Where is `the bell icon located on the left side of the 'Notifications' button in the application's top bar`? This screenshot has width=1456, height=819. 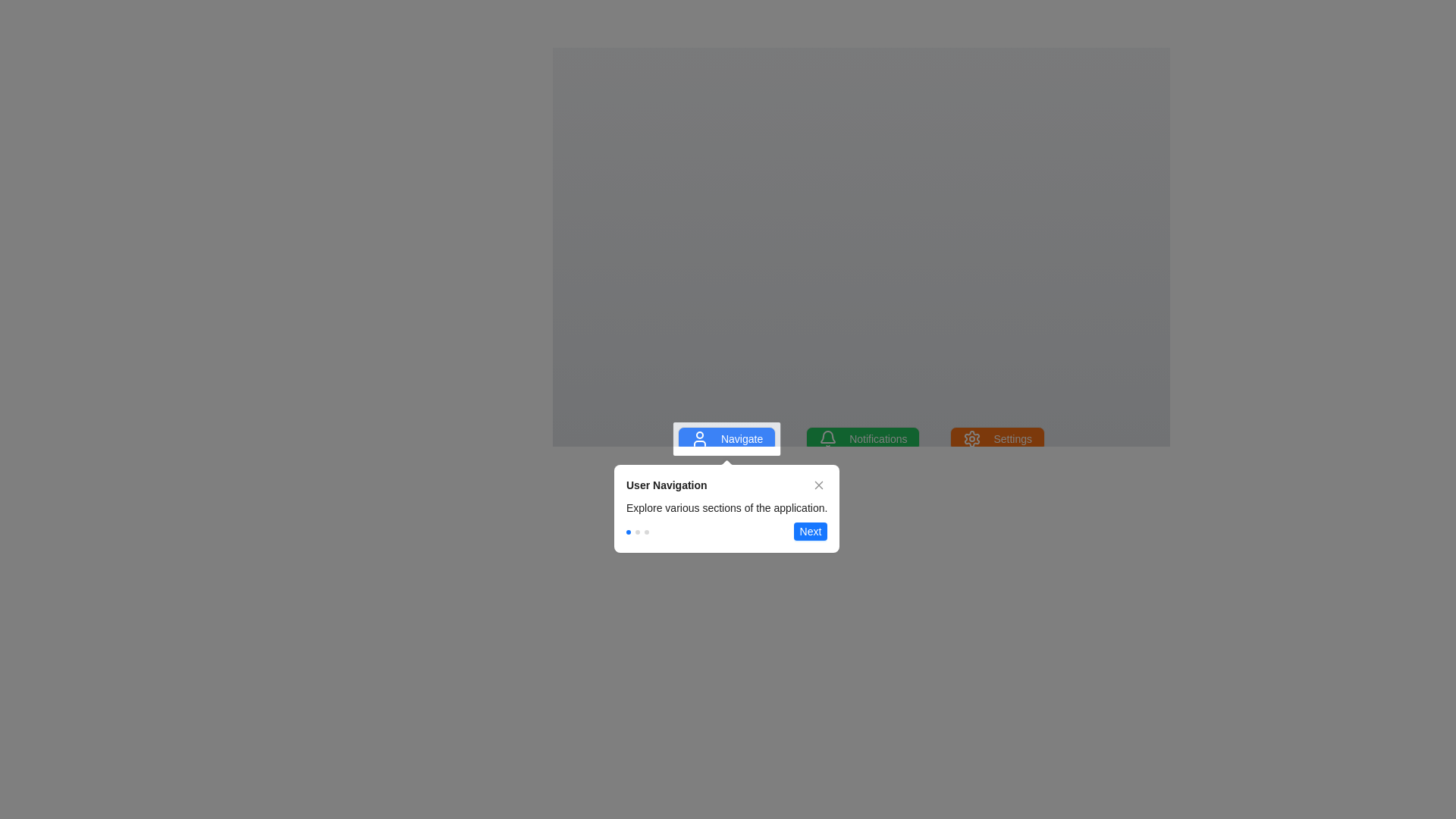
the bell icon located on the left side of the 'Notifications' button in the application's top bar is located at coordinates (827, 438).